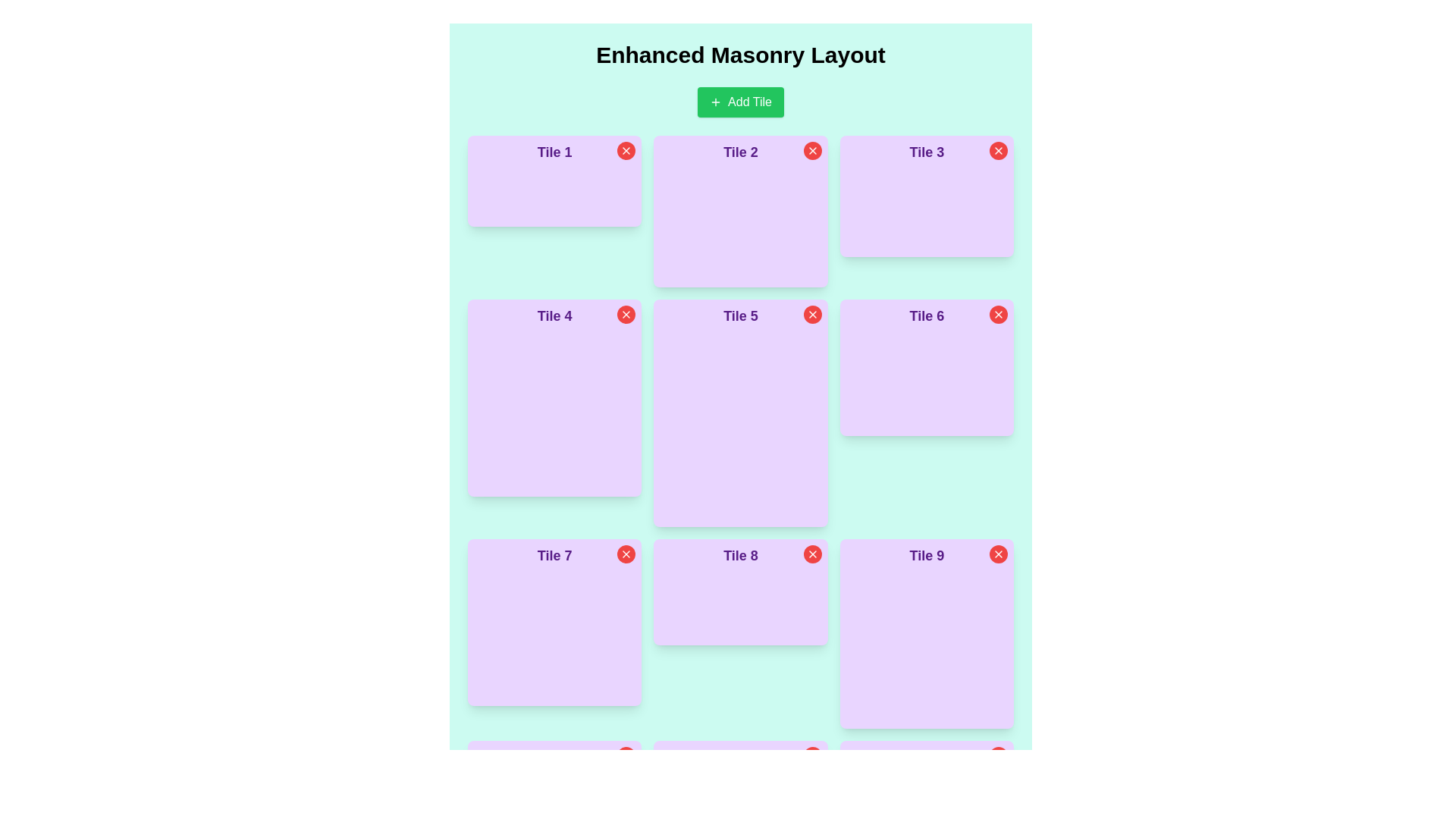 Image resolution: width=1456 pixels, height=819 pixels. Describe the element at coordinates (626, 151) in the screenshot. I see `the 'X' icon button with a red circular background located in the top-right corner of 'Tile 1'` at that location.